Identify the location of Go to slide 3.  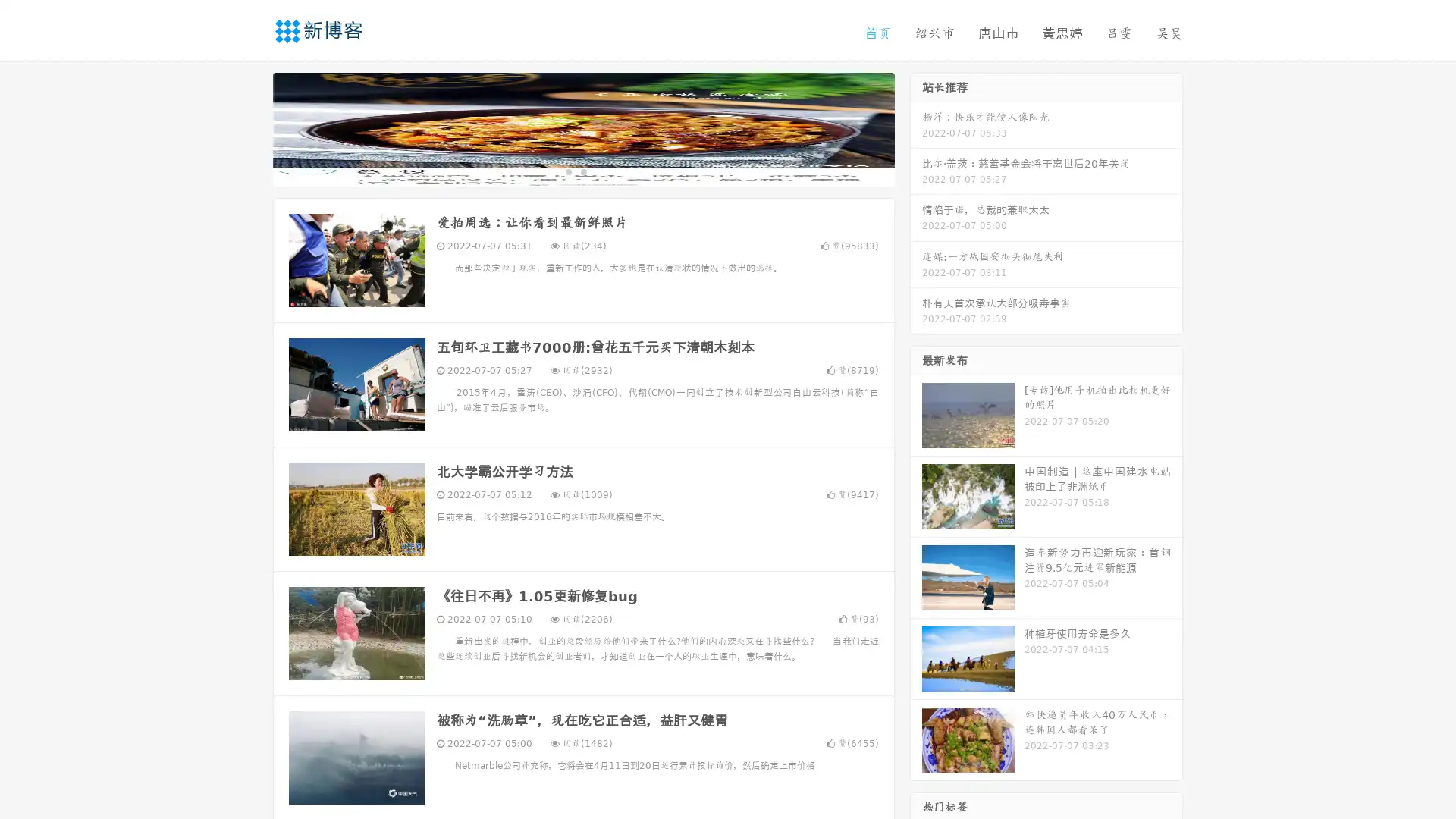
(598, 171).